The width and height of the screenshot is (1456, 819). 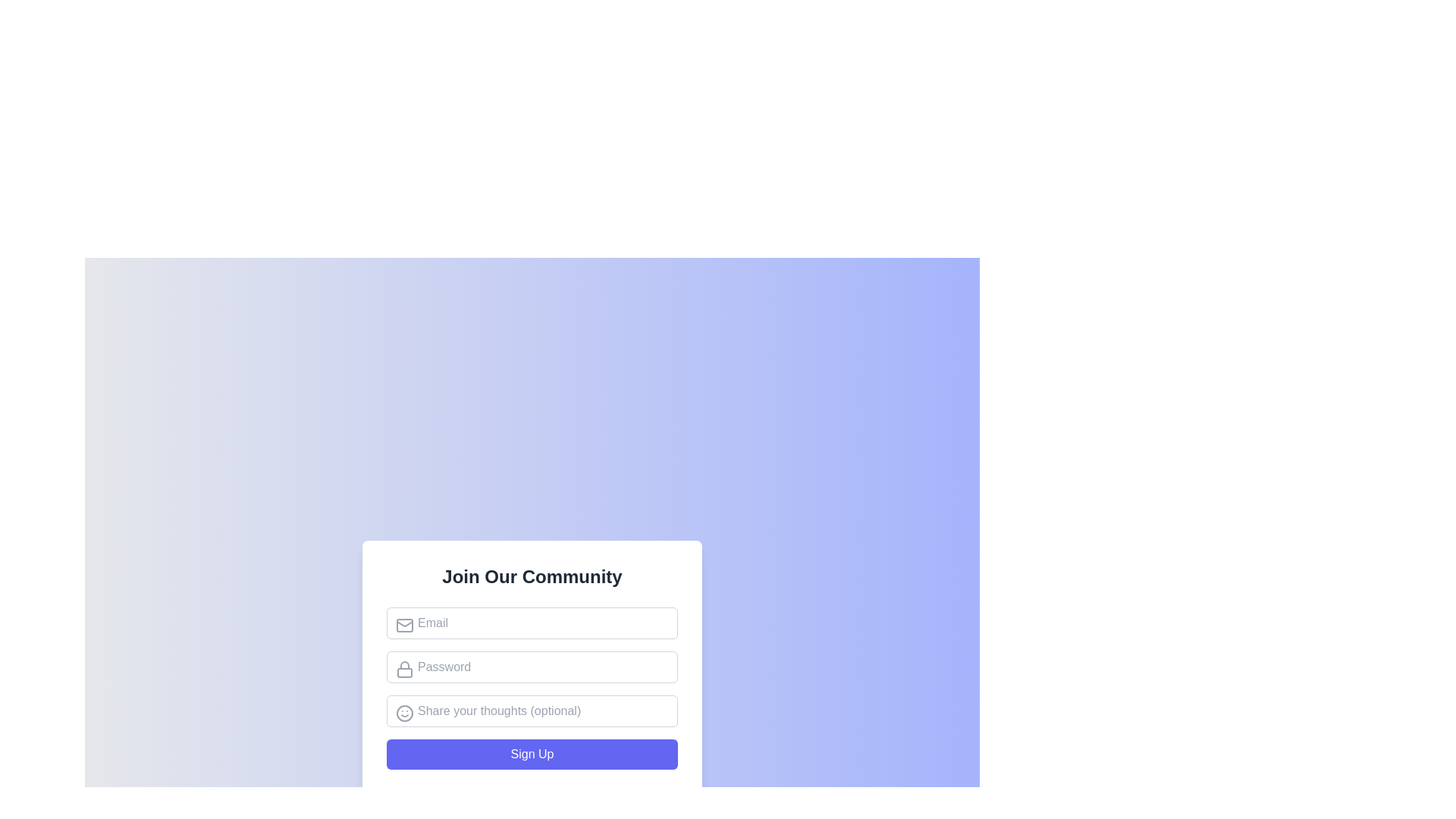 What do you see at coordinates (532, 711) in the screenshot?
I see `the Text input field for optional feedback located between the 'Password' input and the 'Sign Up' button` at bounding box center [532, 711].